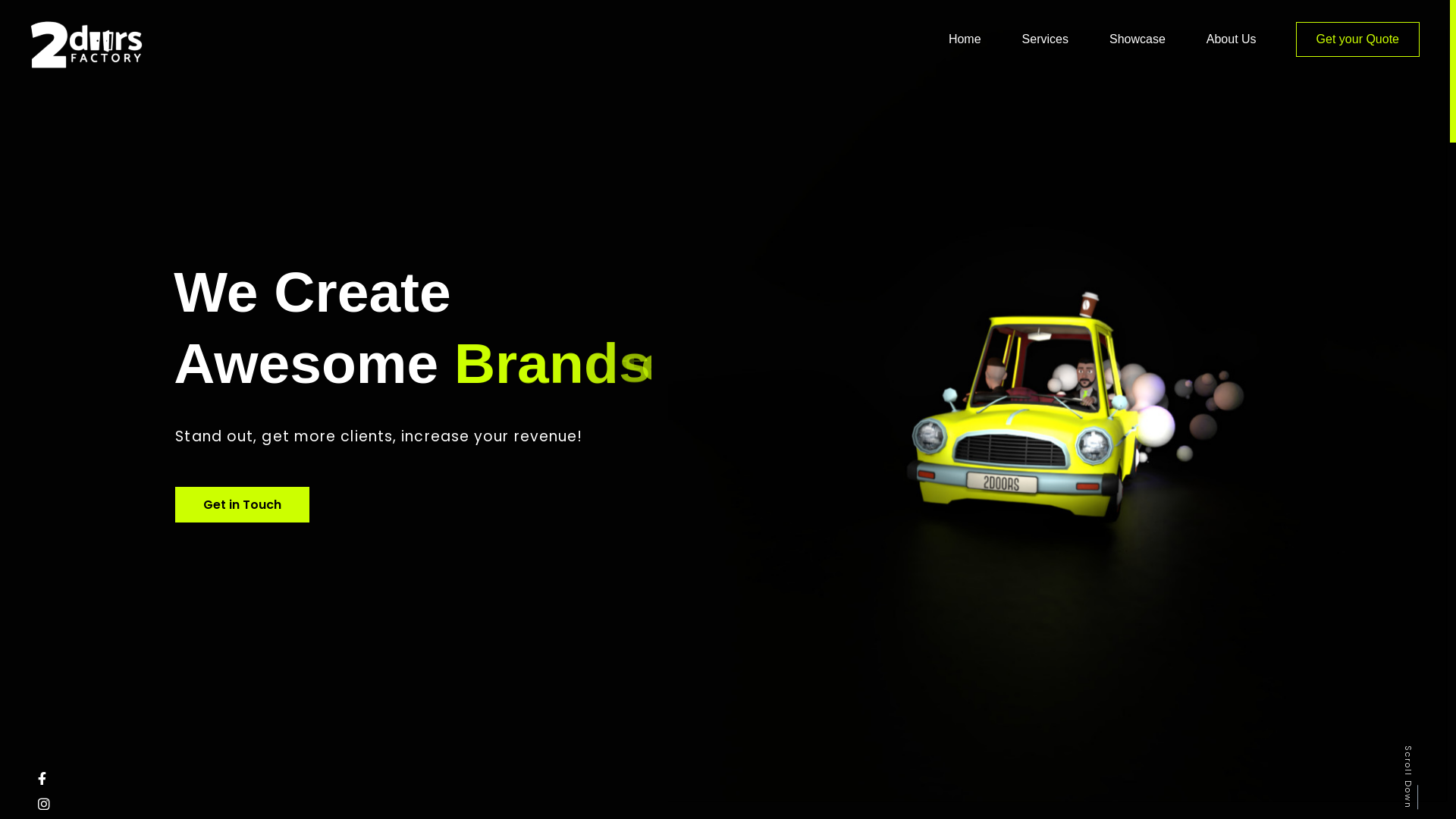  What do you see at coordinates (1203, 37) in the screenshot?
I see `'About Us'` at bounding box center [1203, 37].